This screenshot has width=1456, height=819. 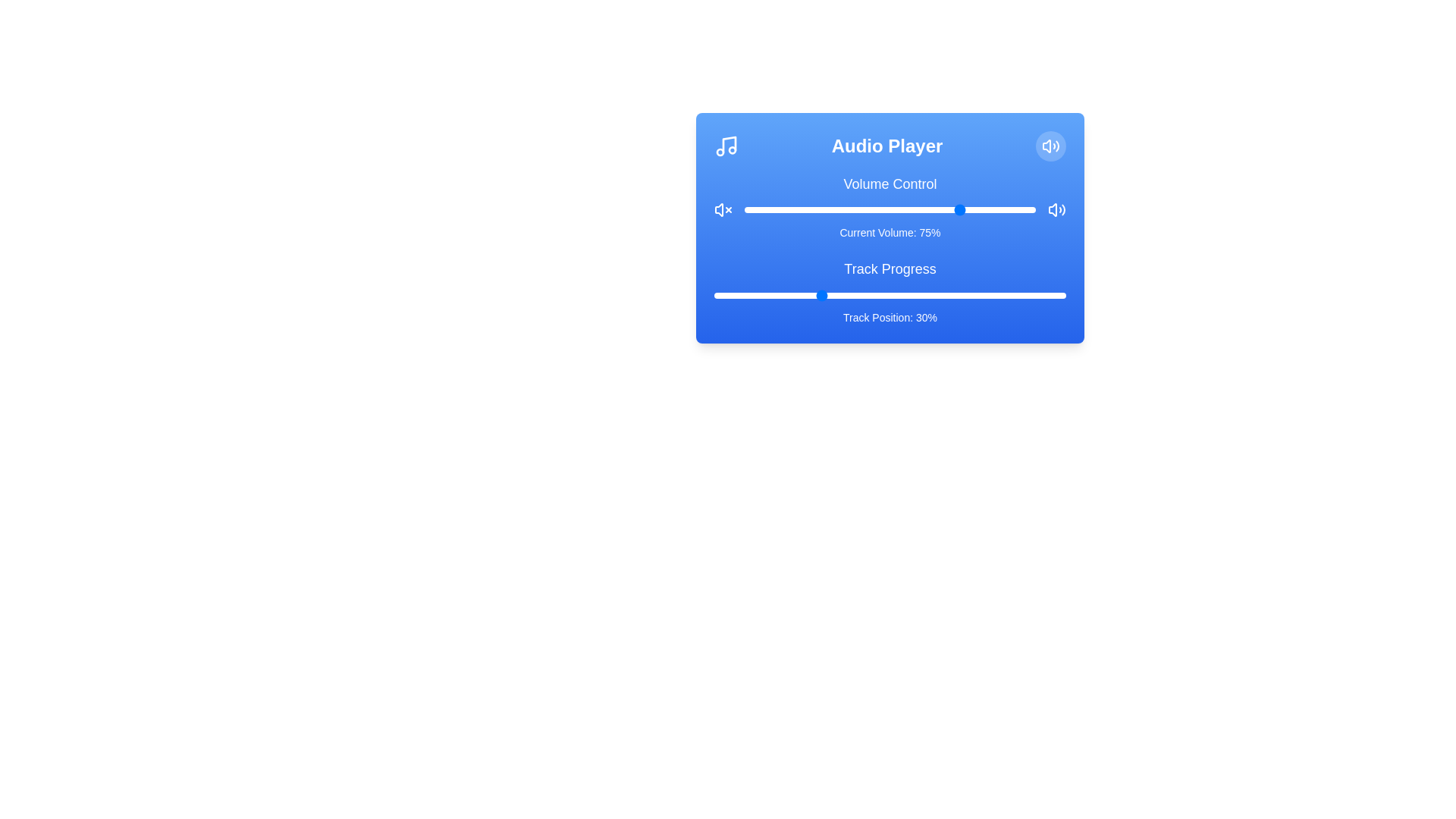 I want to click on volume, so click(x=849, y=207).